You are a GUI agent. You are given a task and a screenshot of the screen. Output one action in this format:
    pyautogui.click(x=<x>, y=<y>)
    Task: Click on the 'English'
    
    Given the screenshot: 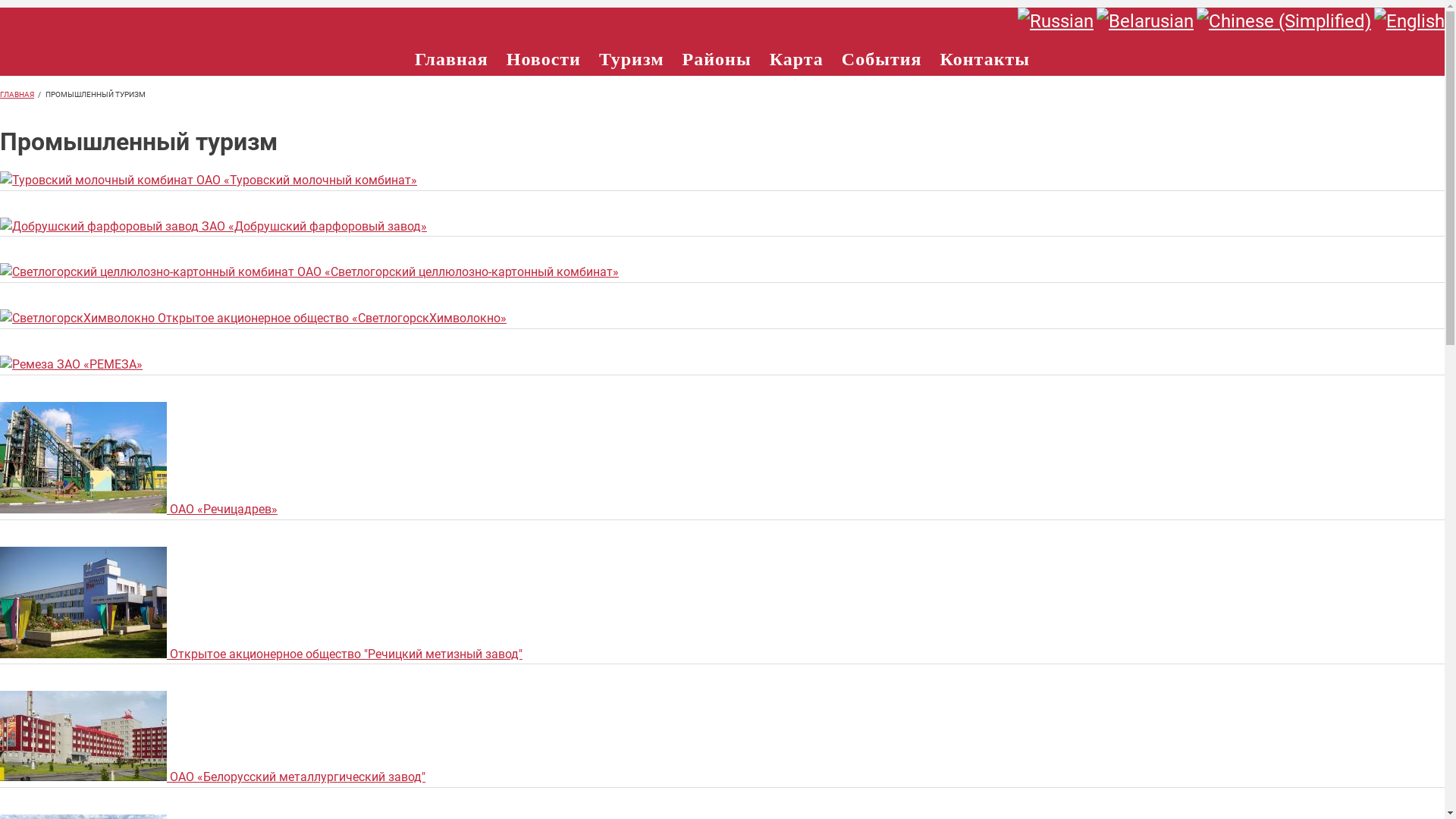 What is the action you would take?
    pyautogui.click(x=1373, y=20)
    